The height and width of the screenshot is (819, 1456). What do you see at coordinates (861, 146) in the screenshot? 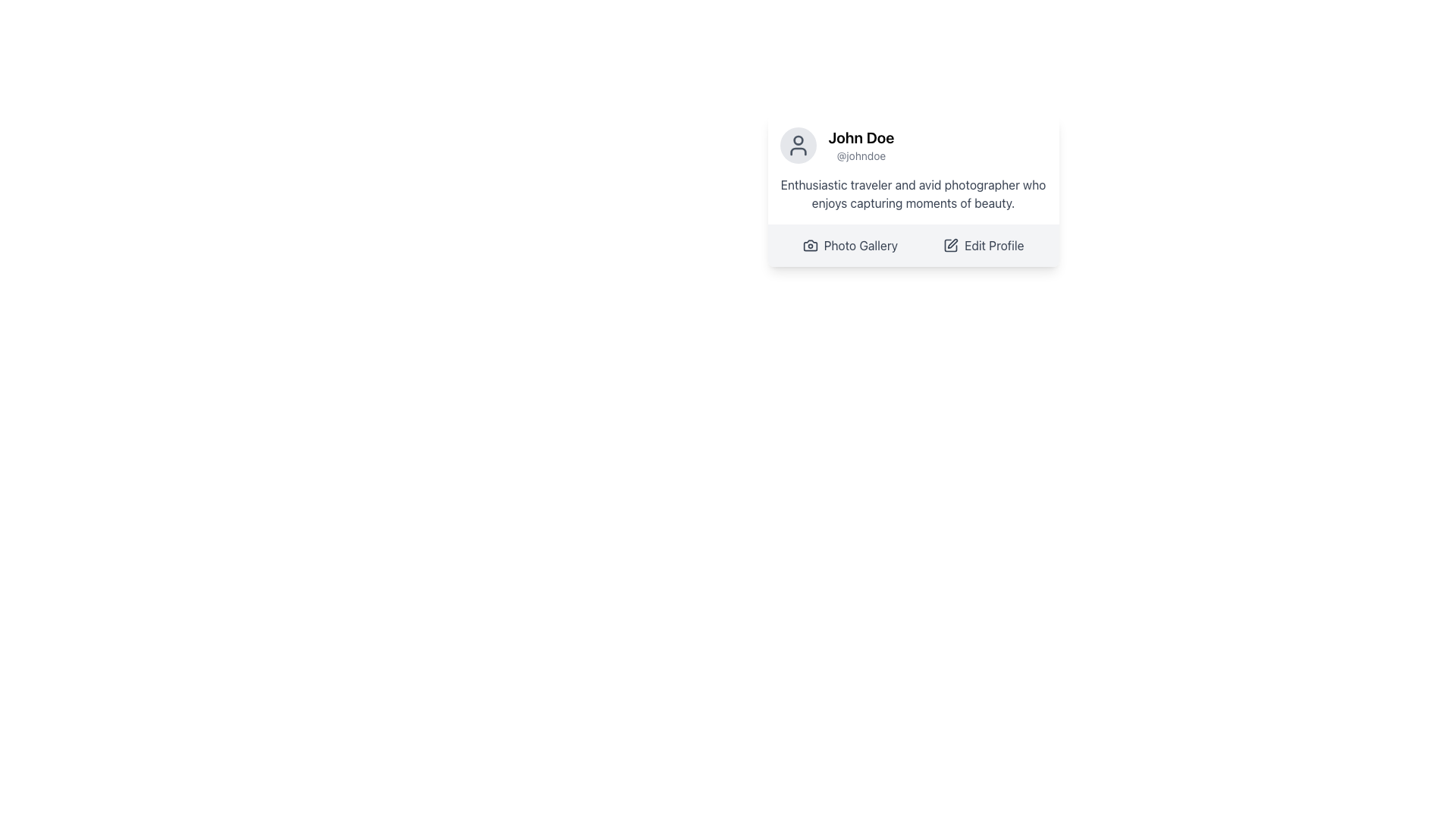
I see `the text label displaying the user's full name and username located to the right of the circular user avatar` at bounding box center [861, 146].